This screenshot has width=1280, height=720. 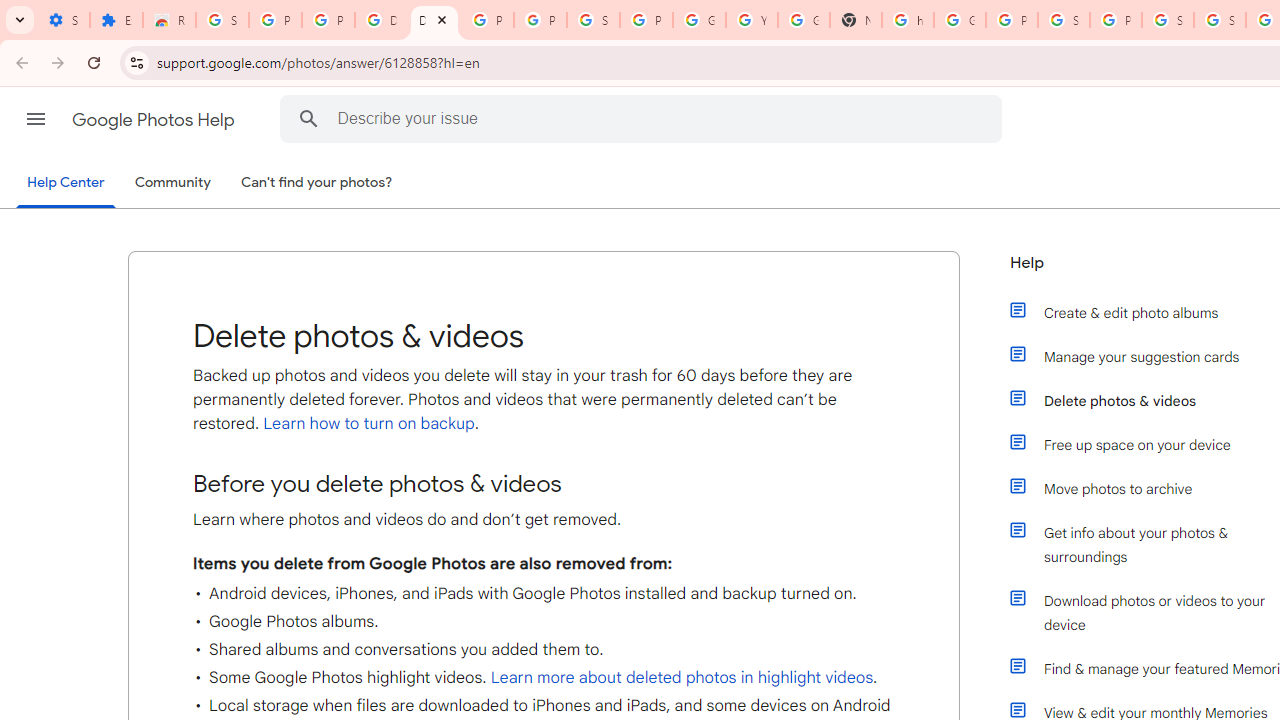 What do you see at coordinates (433, 20) in the screenshot?
I see `'Delete photos & videos - Computer - Google Photos Help'` at bounding box center [433, 20].